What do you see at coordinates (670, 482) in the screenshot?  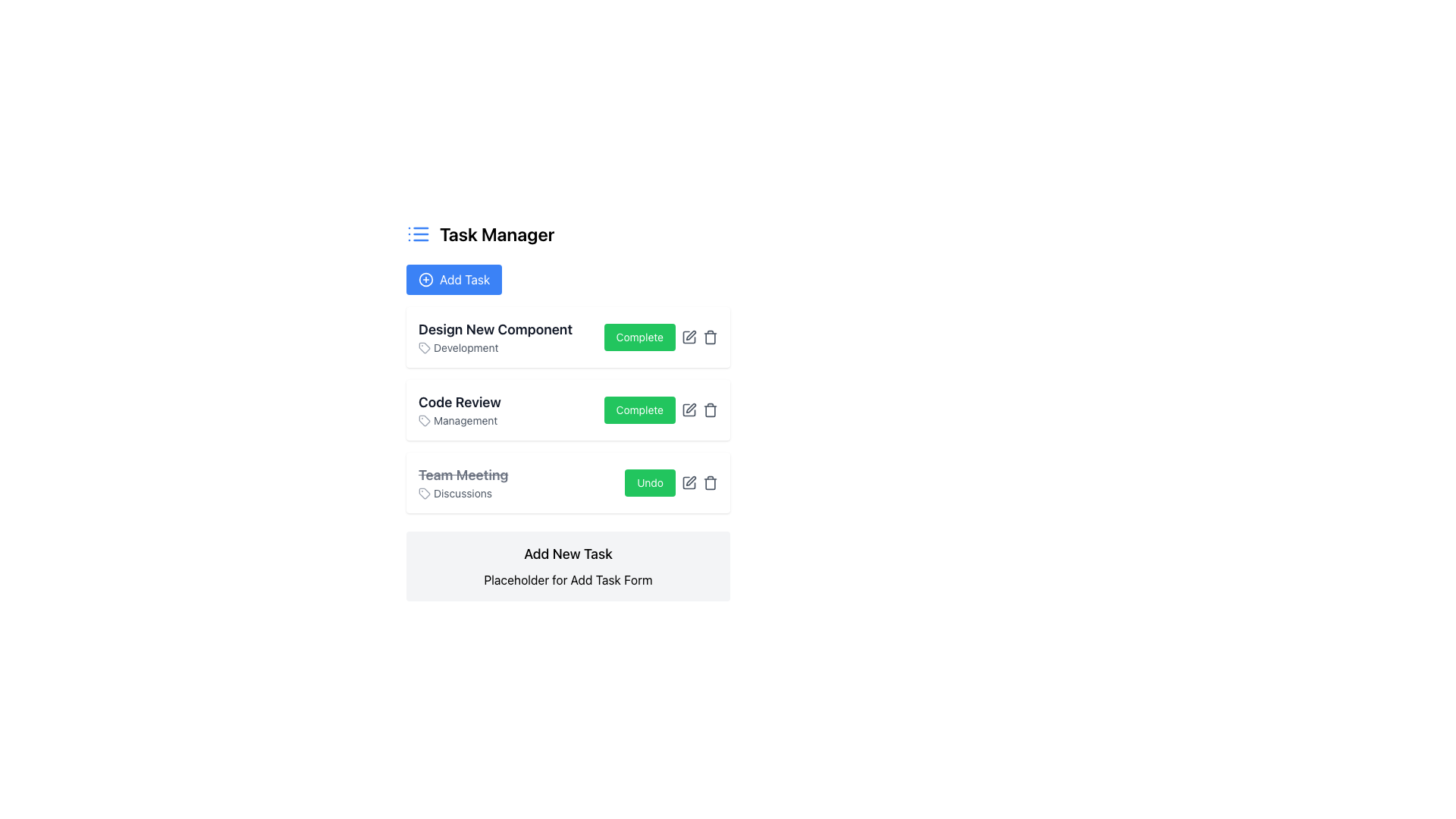 I see `the green 'Undo' button located in the third task row under 'Team Meeting'` at bounding box center [670, 482].